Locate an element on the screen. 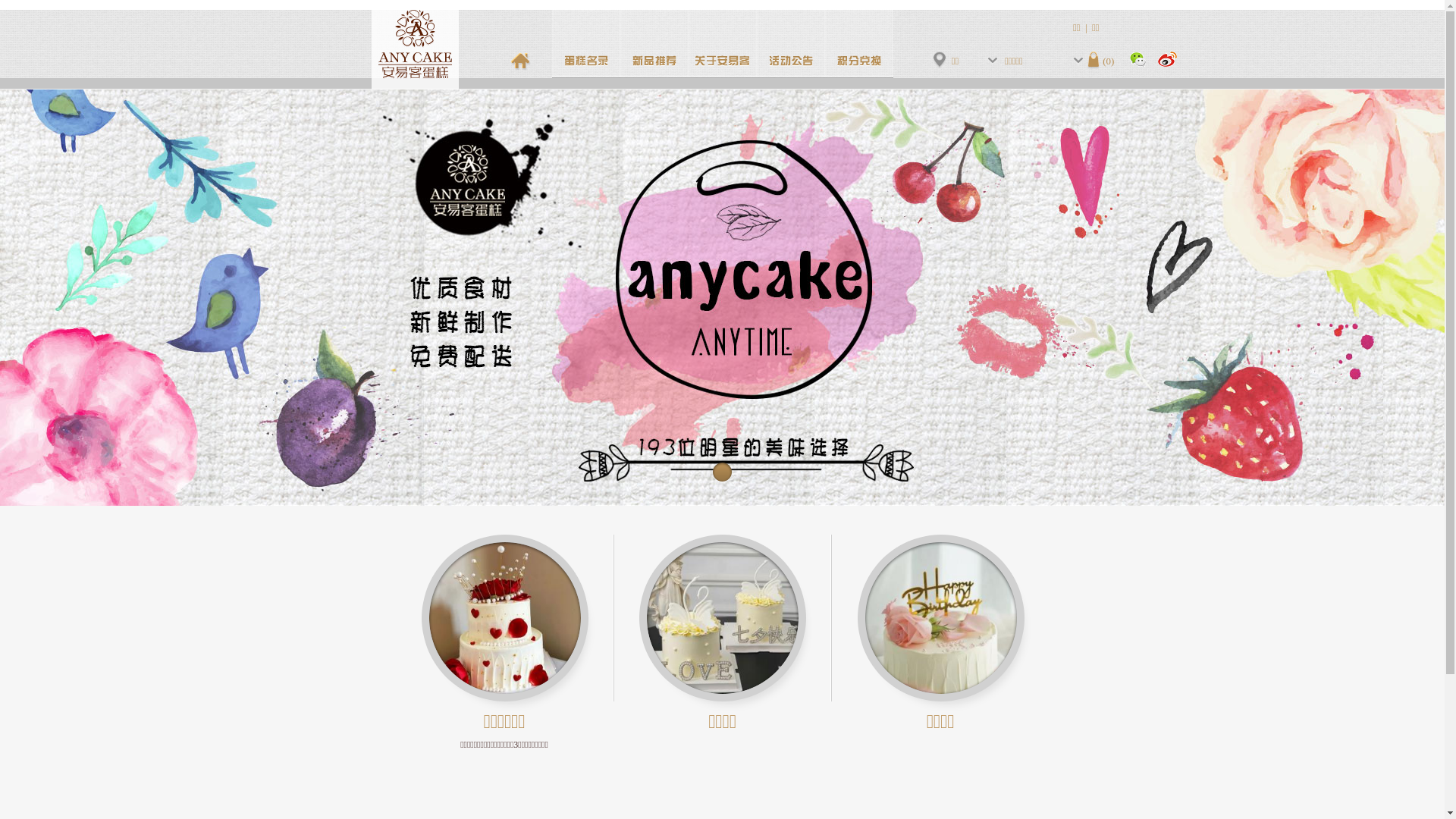 Image resolution: width=1456 pixels, height=819 pixels. '(0)' is located at coordinates (1100, 59).